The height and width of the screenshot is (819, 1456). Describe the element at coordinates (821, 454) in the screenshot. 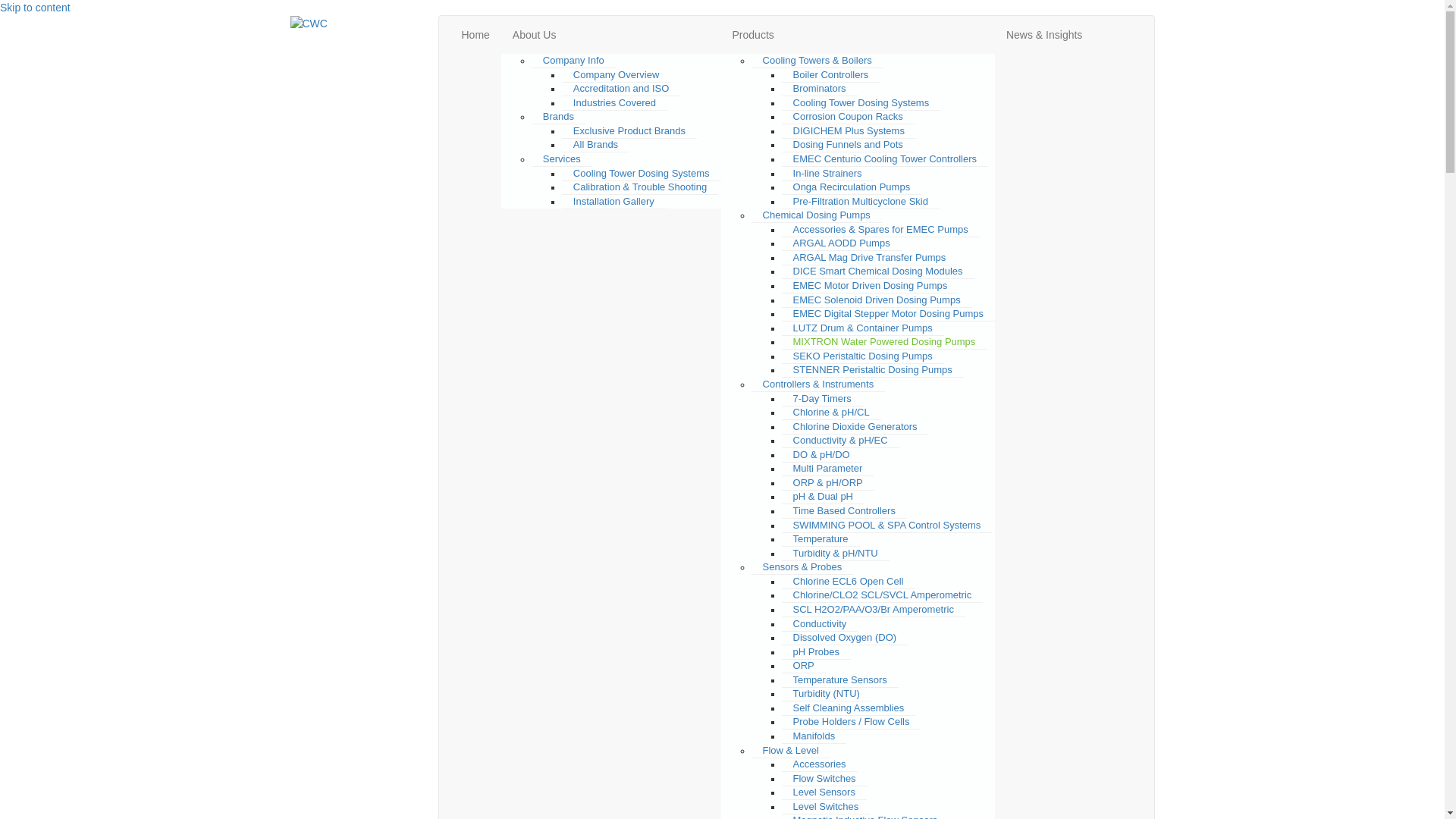

I see `'DO & pH/DO'` at that location.